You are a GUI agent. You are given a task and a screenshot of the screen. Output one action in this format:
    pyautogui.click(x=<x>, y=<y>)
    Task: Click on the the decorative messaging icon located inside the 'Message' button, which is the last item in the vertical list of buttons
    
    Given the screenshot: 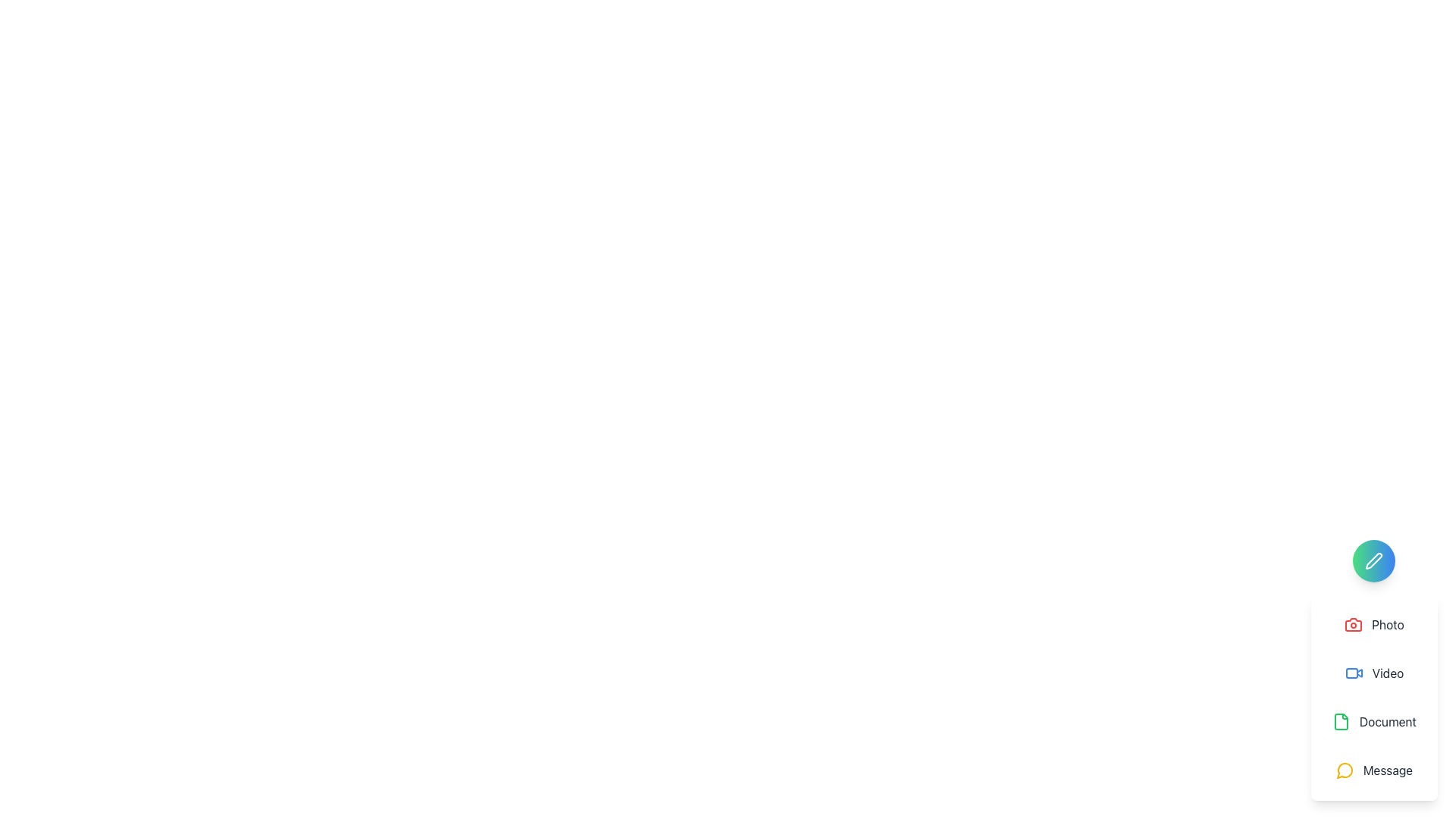 What is the action you would take?
    pyautogui.click(x=1345, y=770)
    